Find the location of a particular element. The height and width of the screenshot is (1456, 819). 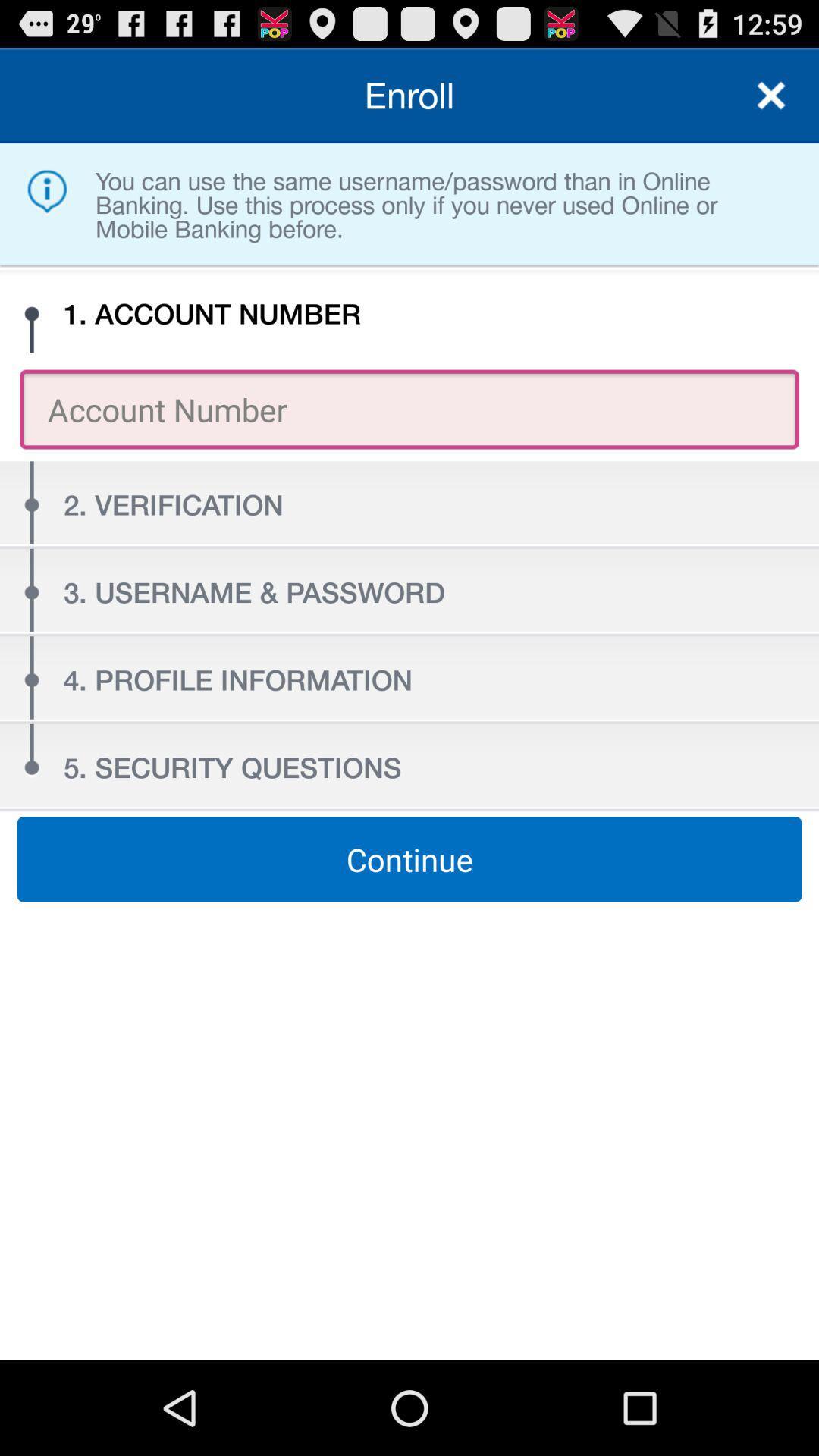

icon above 2. verification is located at coordinates (409, 409).